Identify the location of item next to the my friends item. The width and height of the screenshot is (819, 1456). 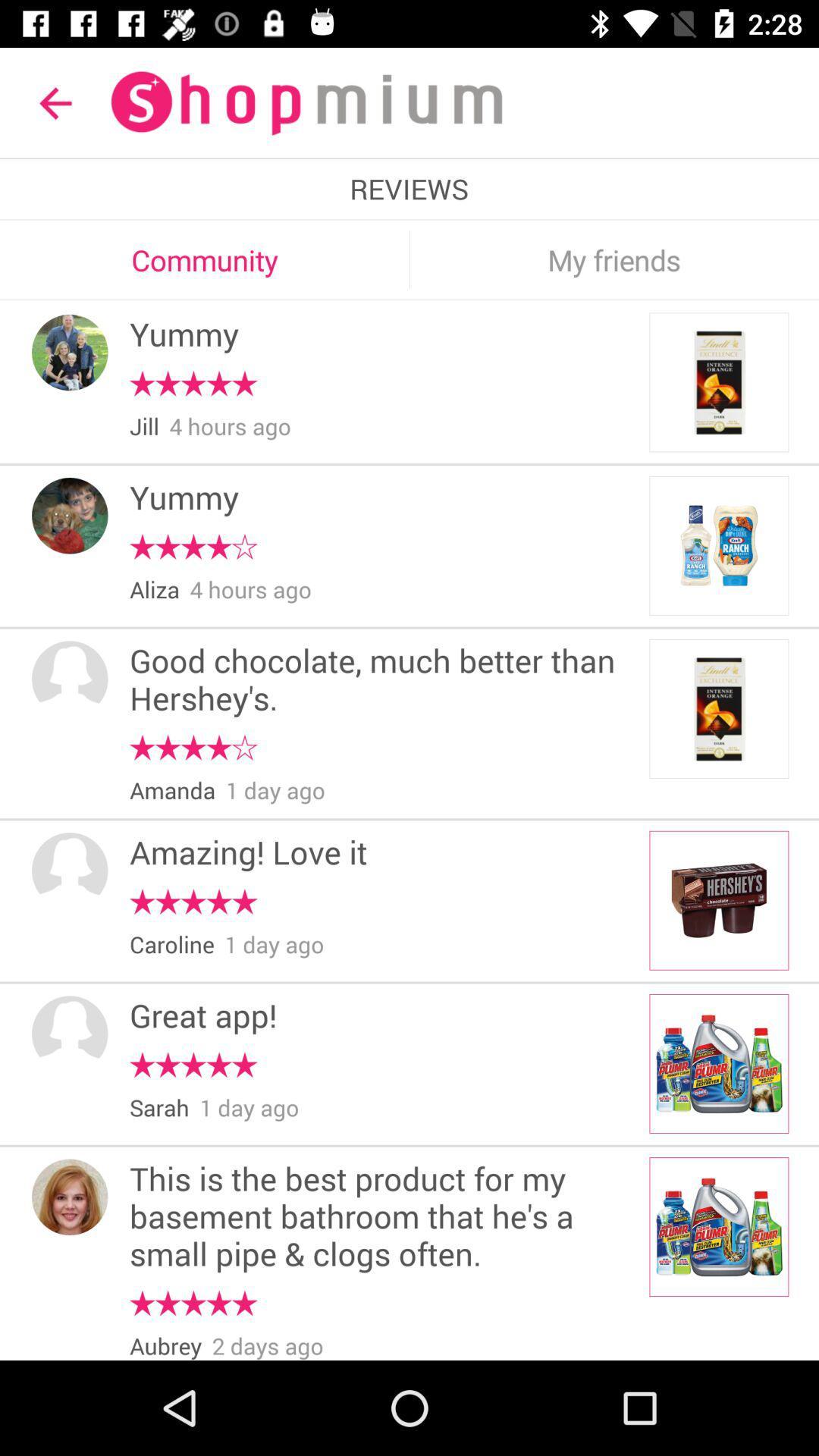
(409, 259).